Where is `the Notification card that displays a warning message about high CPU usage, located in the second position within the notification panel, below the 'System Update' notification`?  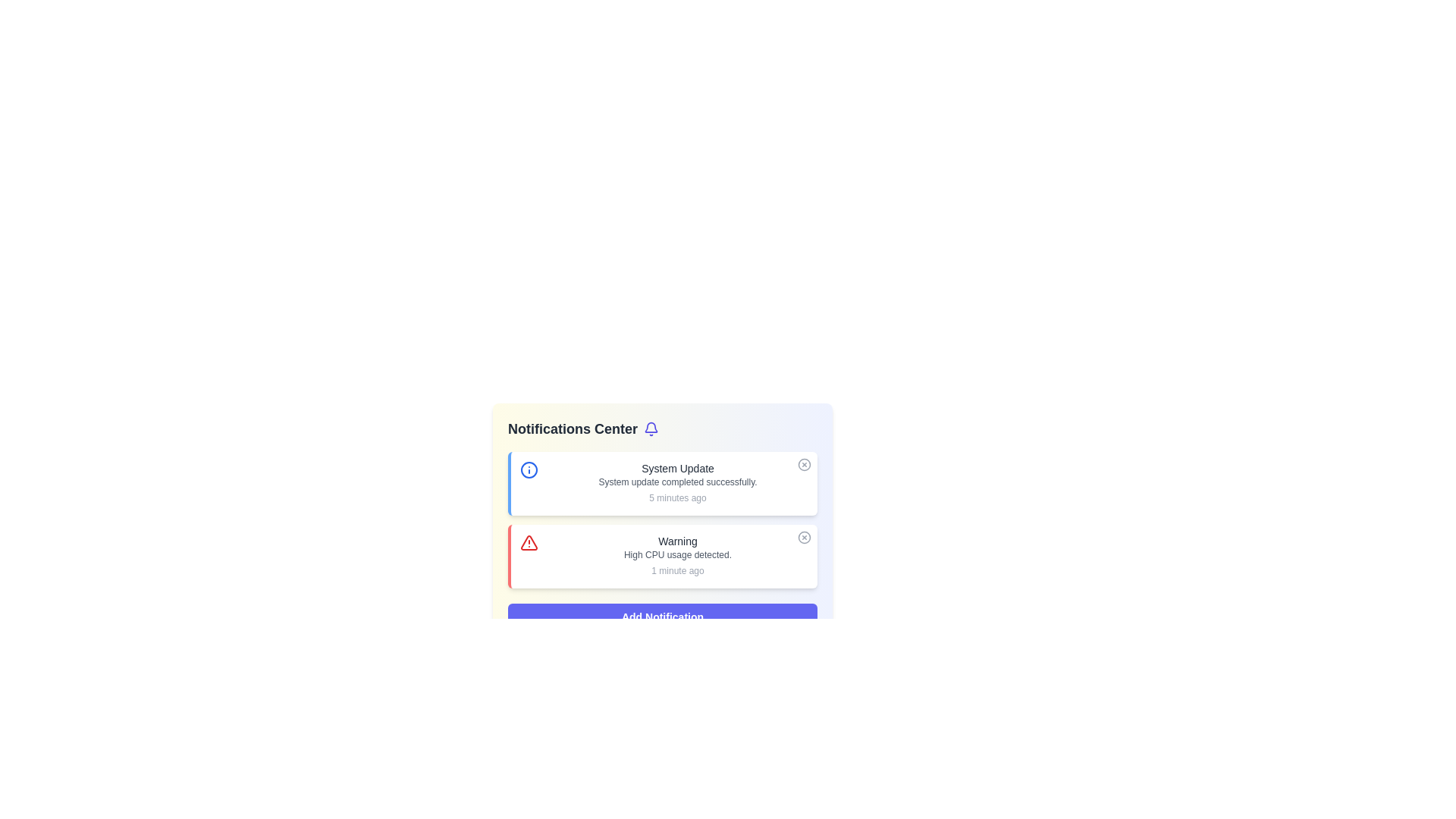 the Notification card that displays a warning message about high CPU usage, located in the second position within the notification panel, below the 'System Update' notification is located at coordinates (662, 556).